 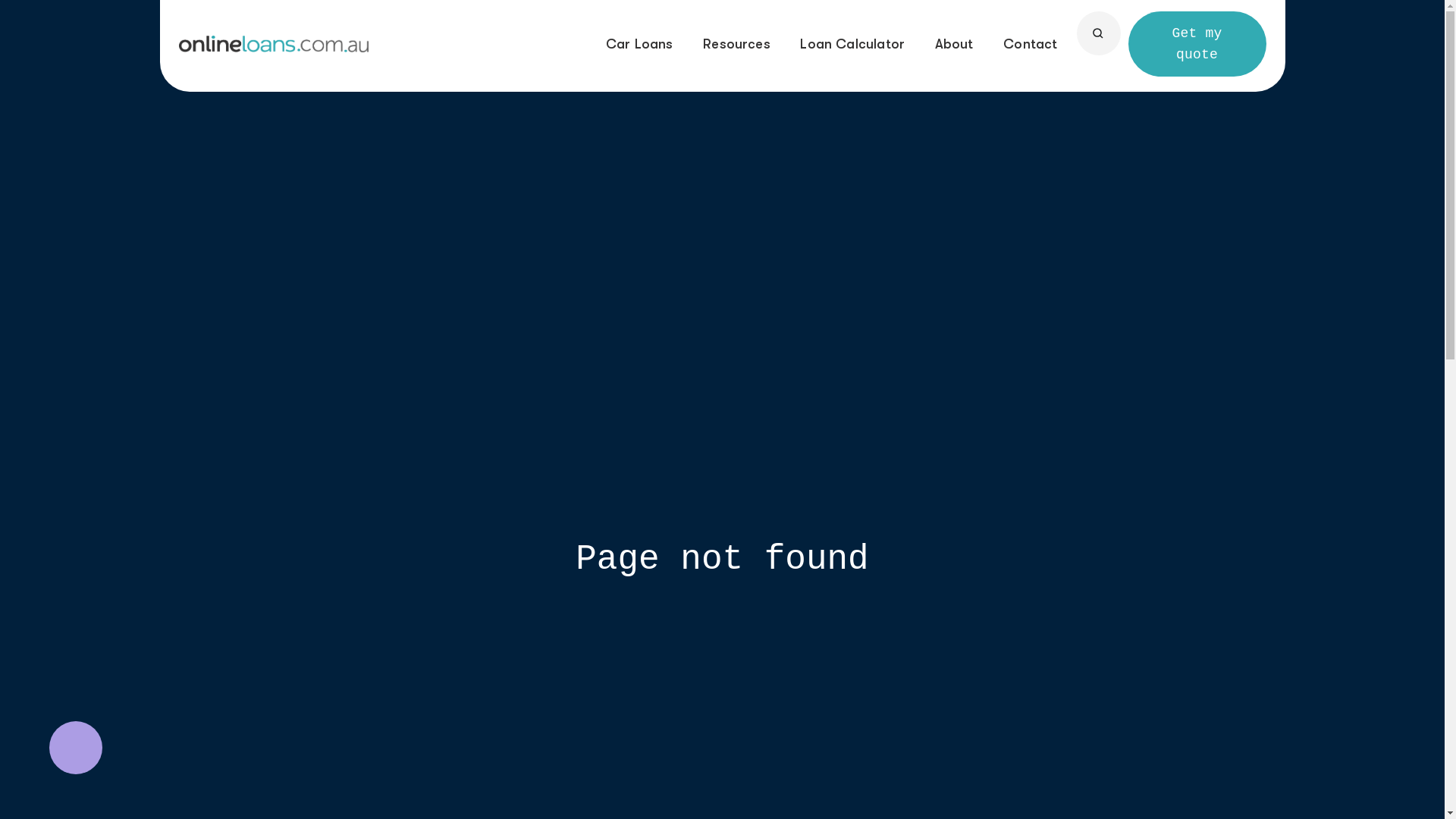 What do you see at coordinates (736, 42) in the screenshot?
I see `'Resources'` at bounding box center [736, 42].